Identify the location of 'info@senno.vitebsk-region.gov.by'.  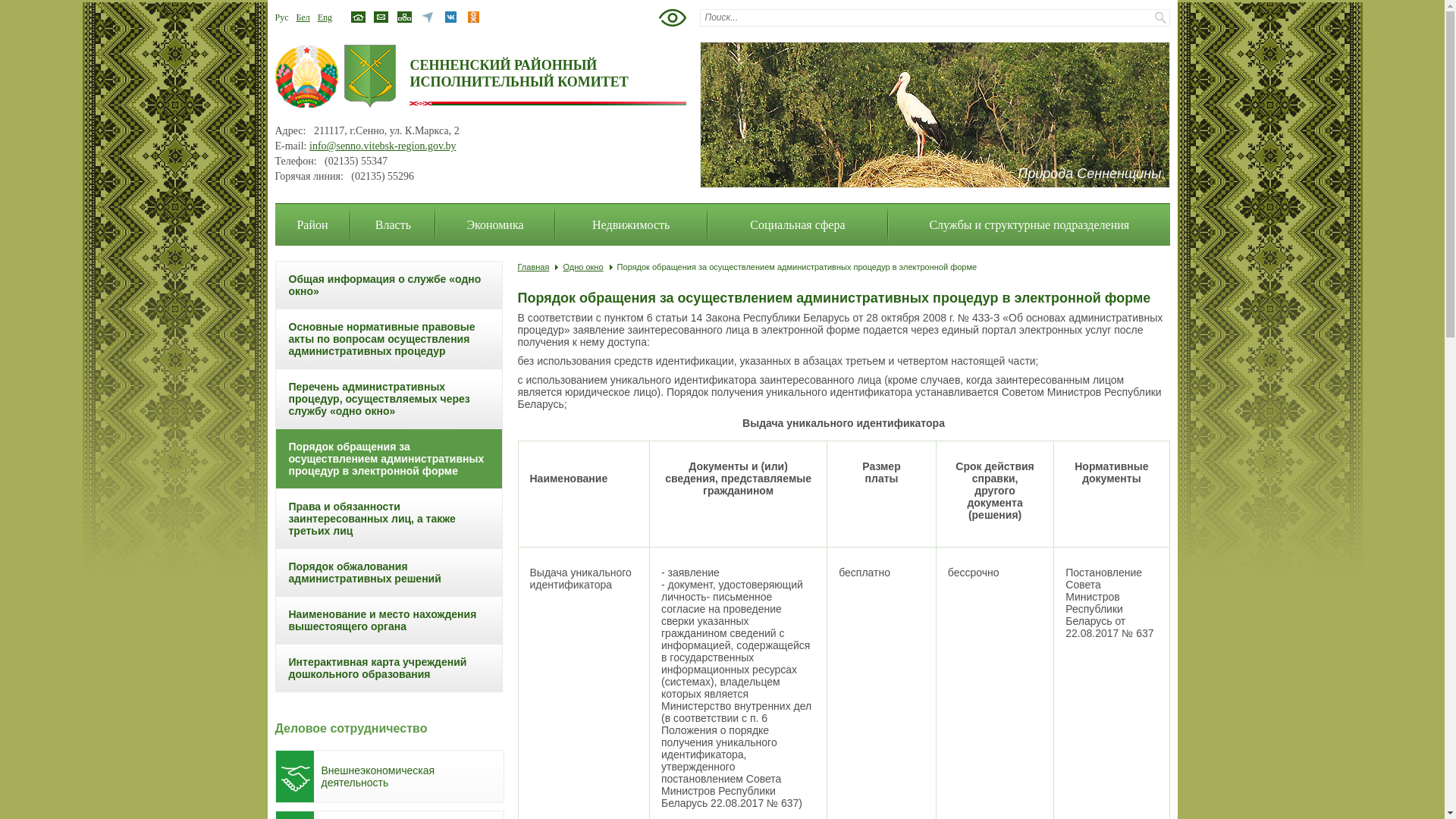
(382, 146).